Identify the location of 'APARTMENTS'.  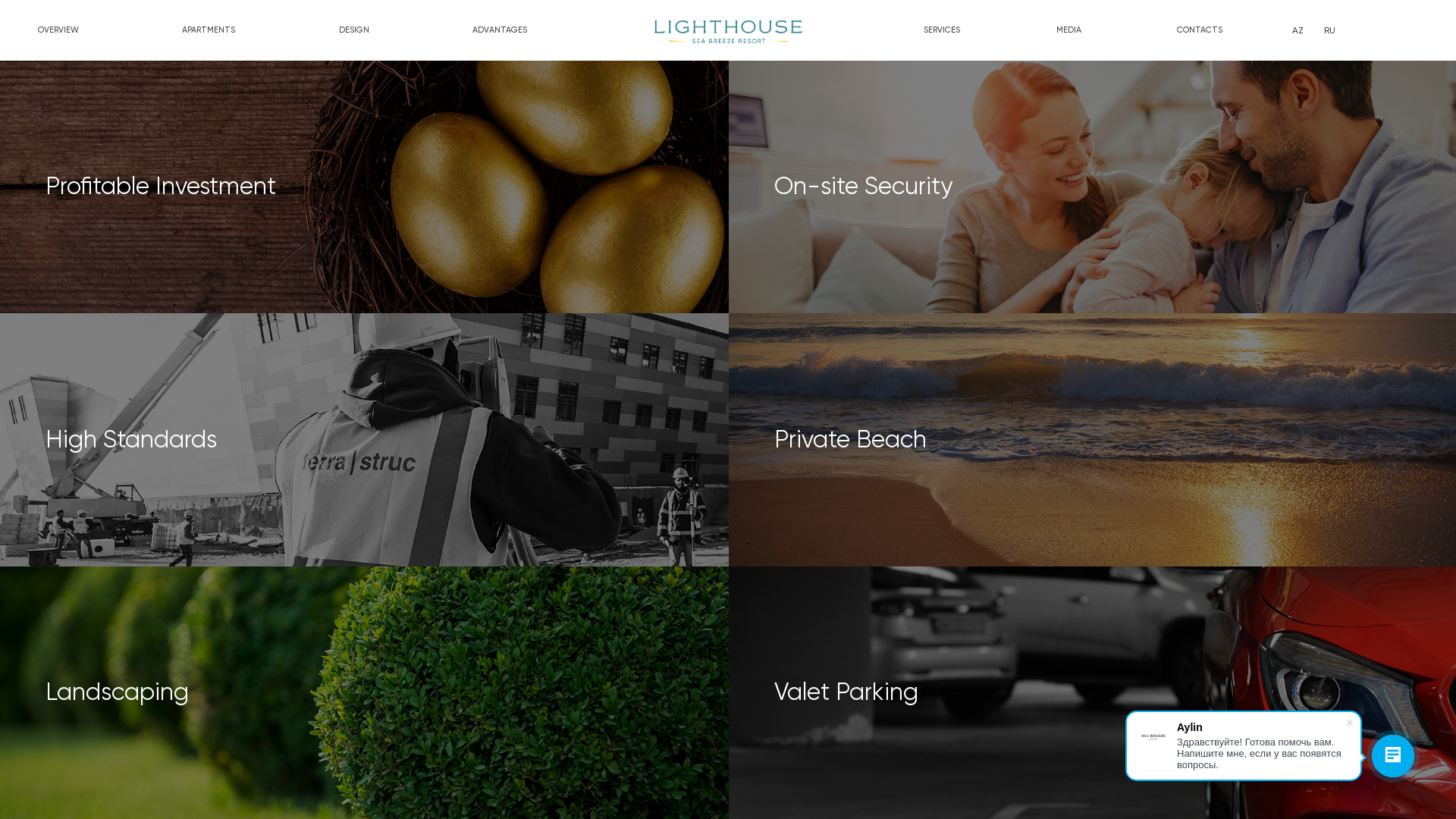
(182, 30).